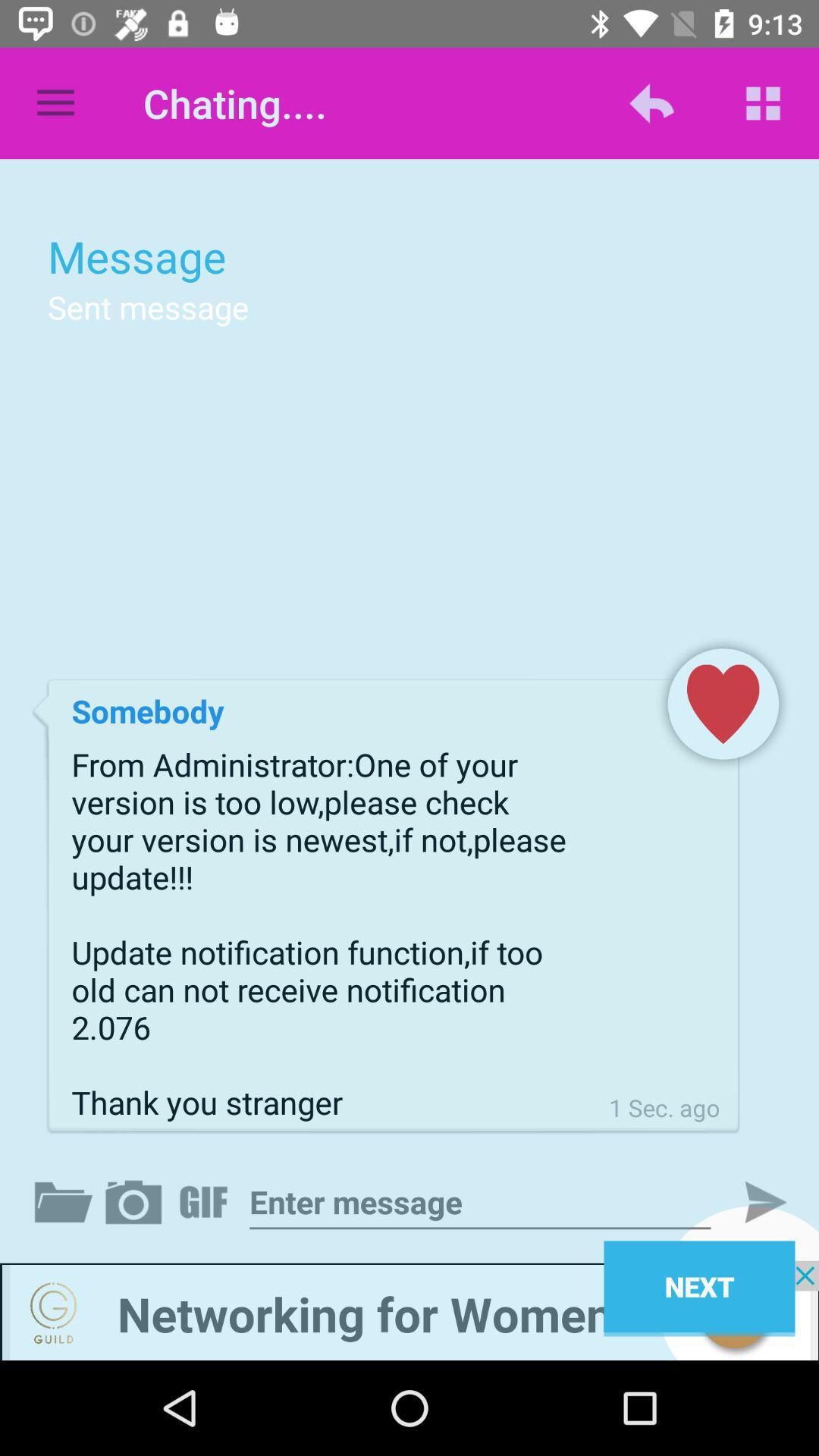 The width and height of the screenshot is (819, 1456). What do you see at coordinates (66, 1201) in the screenshot?
I see `open folder` at bounding box center [66, 1201].